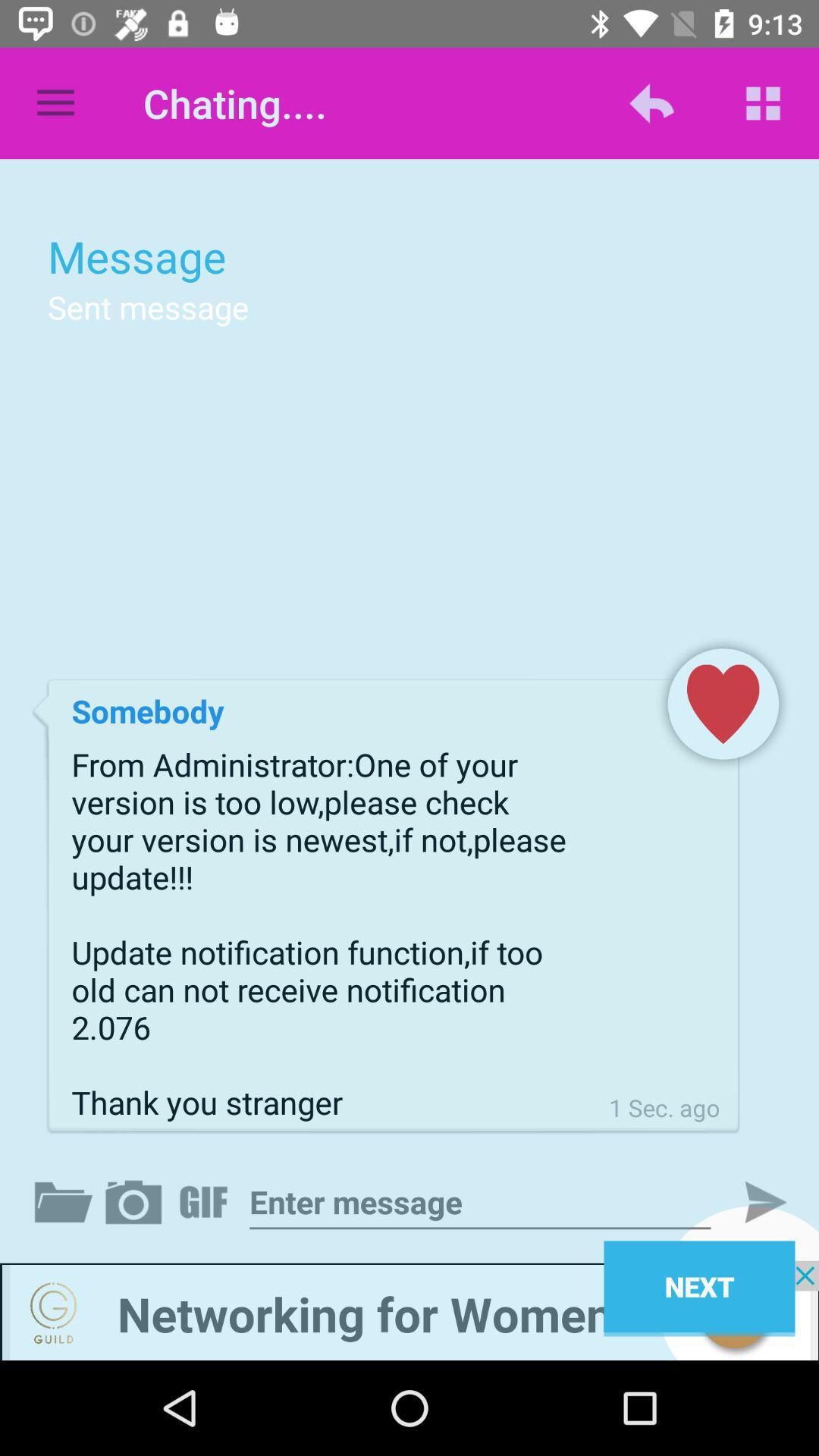 The width and height of the screenshot is (819, 1456). What do you see at coordinates (66, 1201) in the screenshot?
I see `open folder` at bounding box center [66, 1201].